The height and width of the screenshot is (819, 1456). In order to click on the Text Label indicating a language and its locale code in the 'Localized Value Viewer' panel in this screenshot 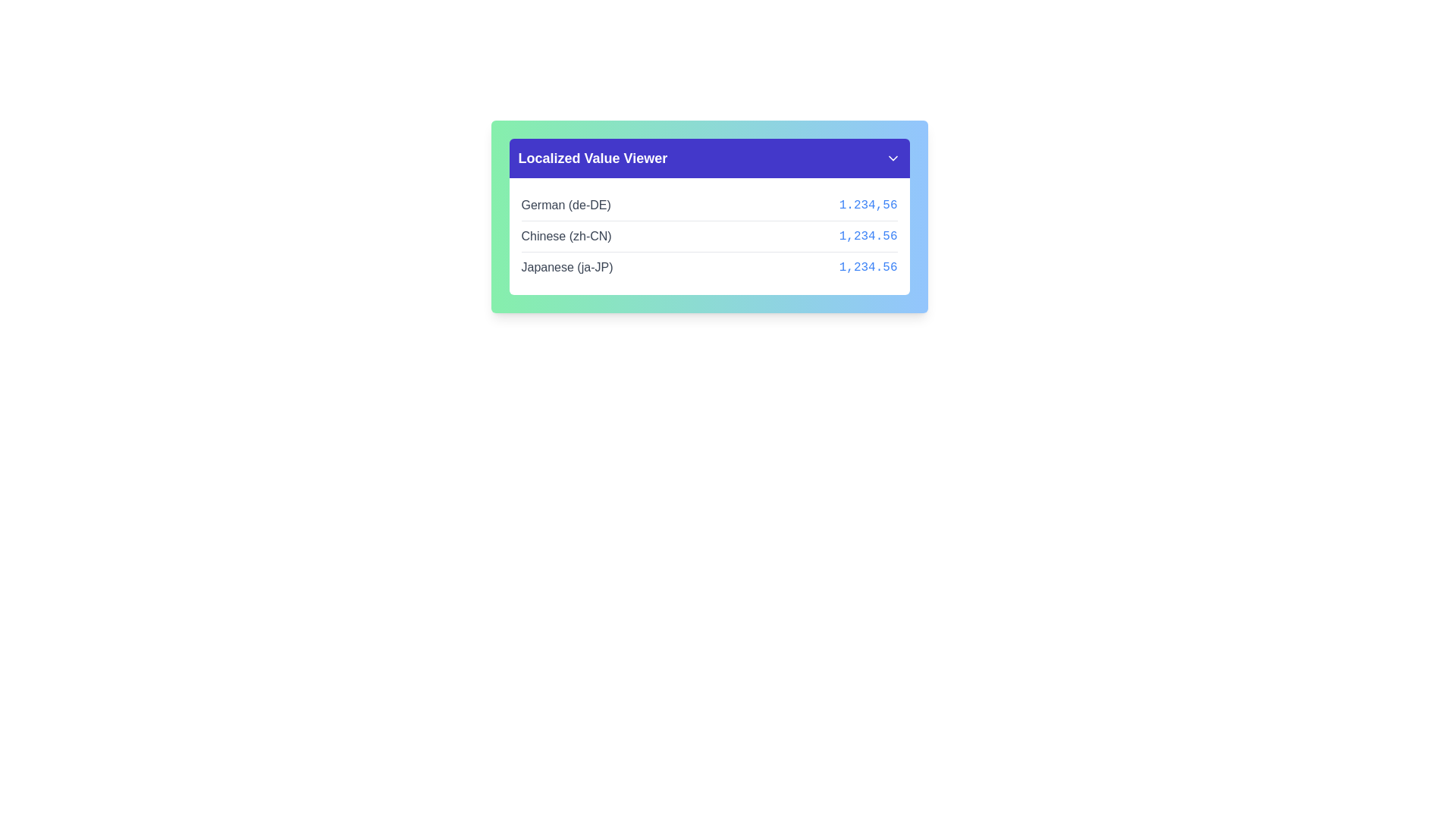, I will do `click(566, 237)`.